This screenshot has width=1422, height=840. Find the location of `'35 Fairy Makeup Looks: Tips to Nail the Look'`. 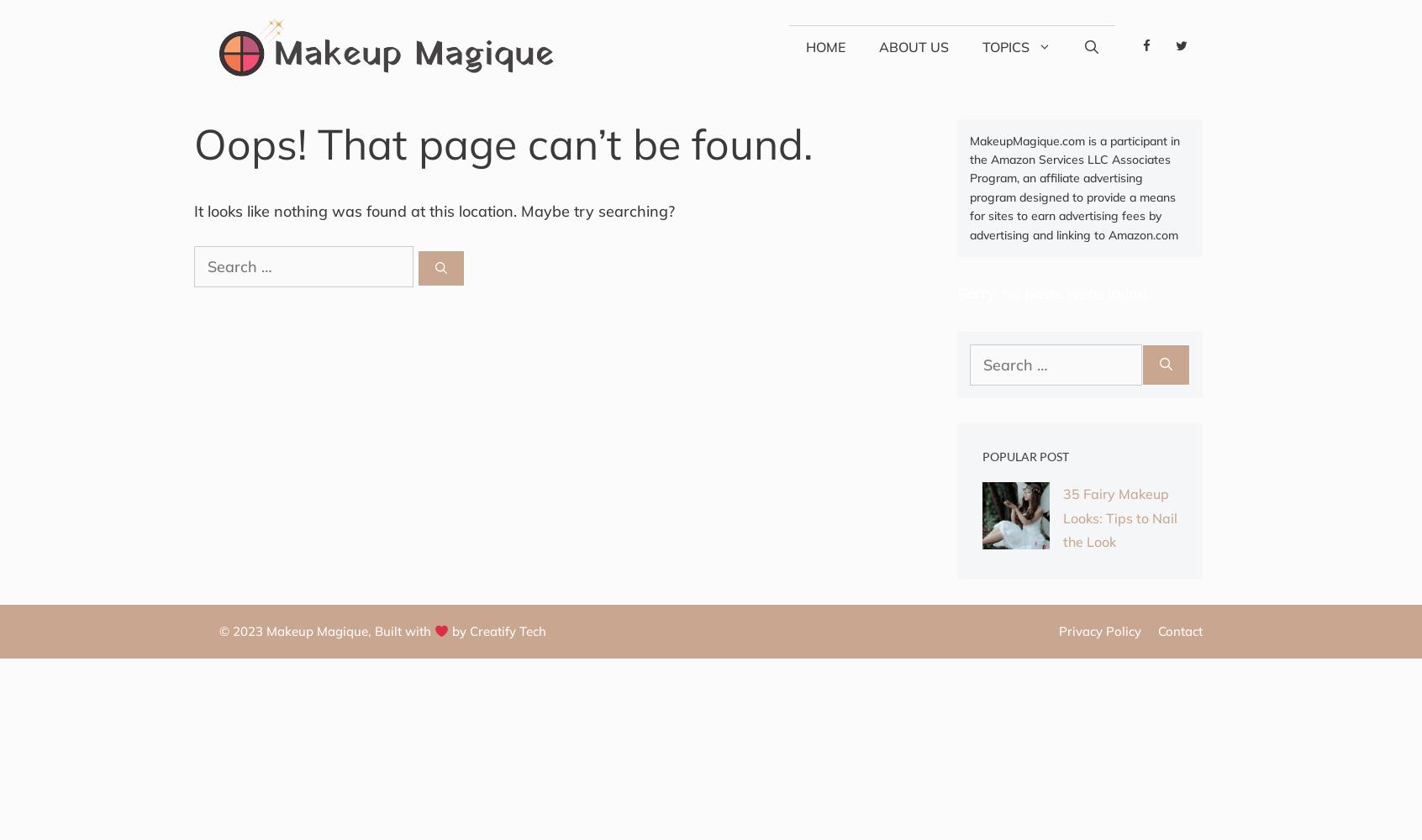

'35 Fairy Makeup Looks: Tips to Nail the Look' is located at coordinates (1118, 517).